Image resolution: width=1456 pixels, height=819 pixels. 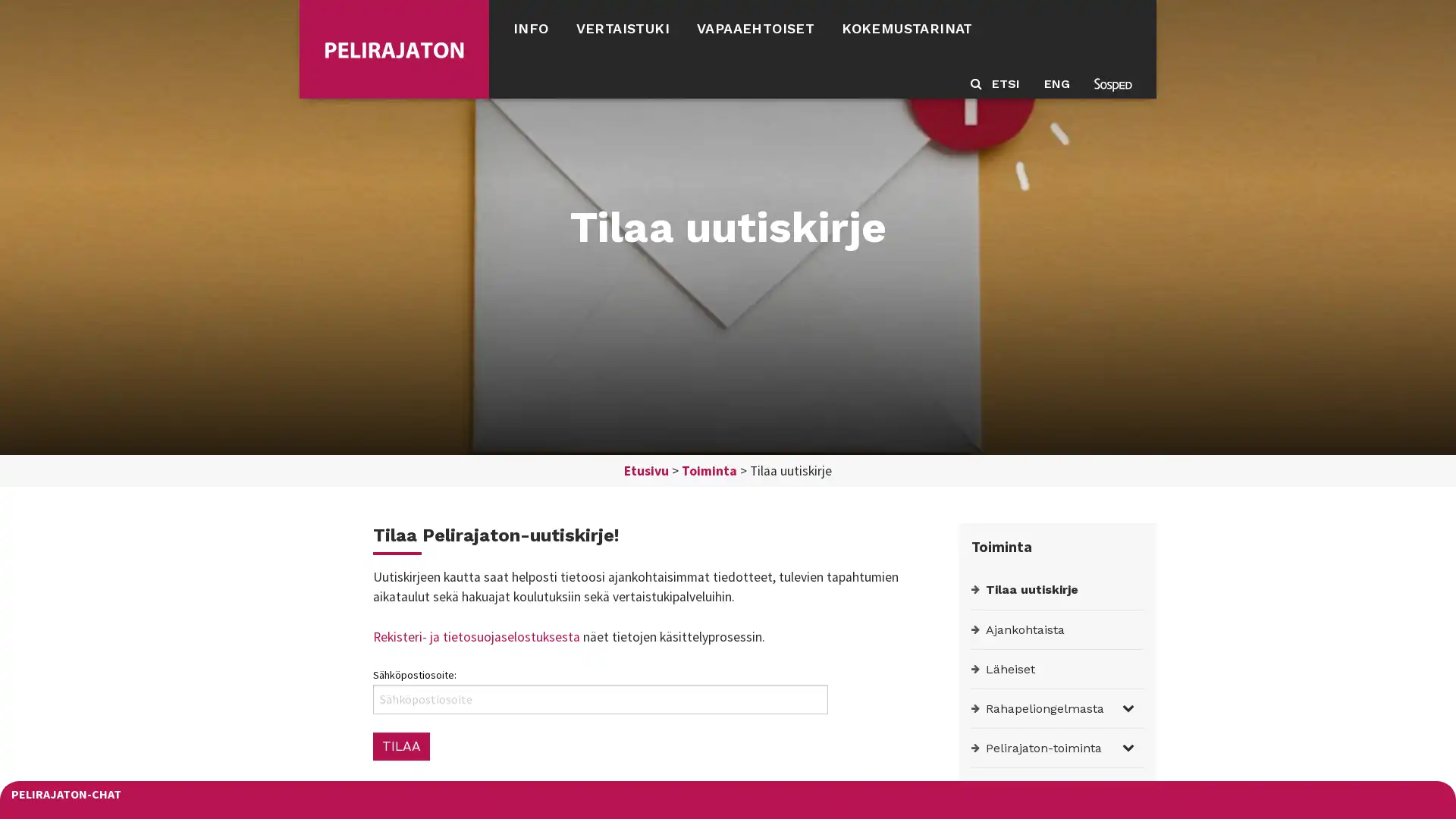 What do you see at coordinates (400, 745) in the screenshot?
I see `Tilaa` at bounding box center [400, 745].